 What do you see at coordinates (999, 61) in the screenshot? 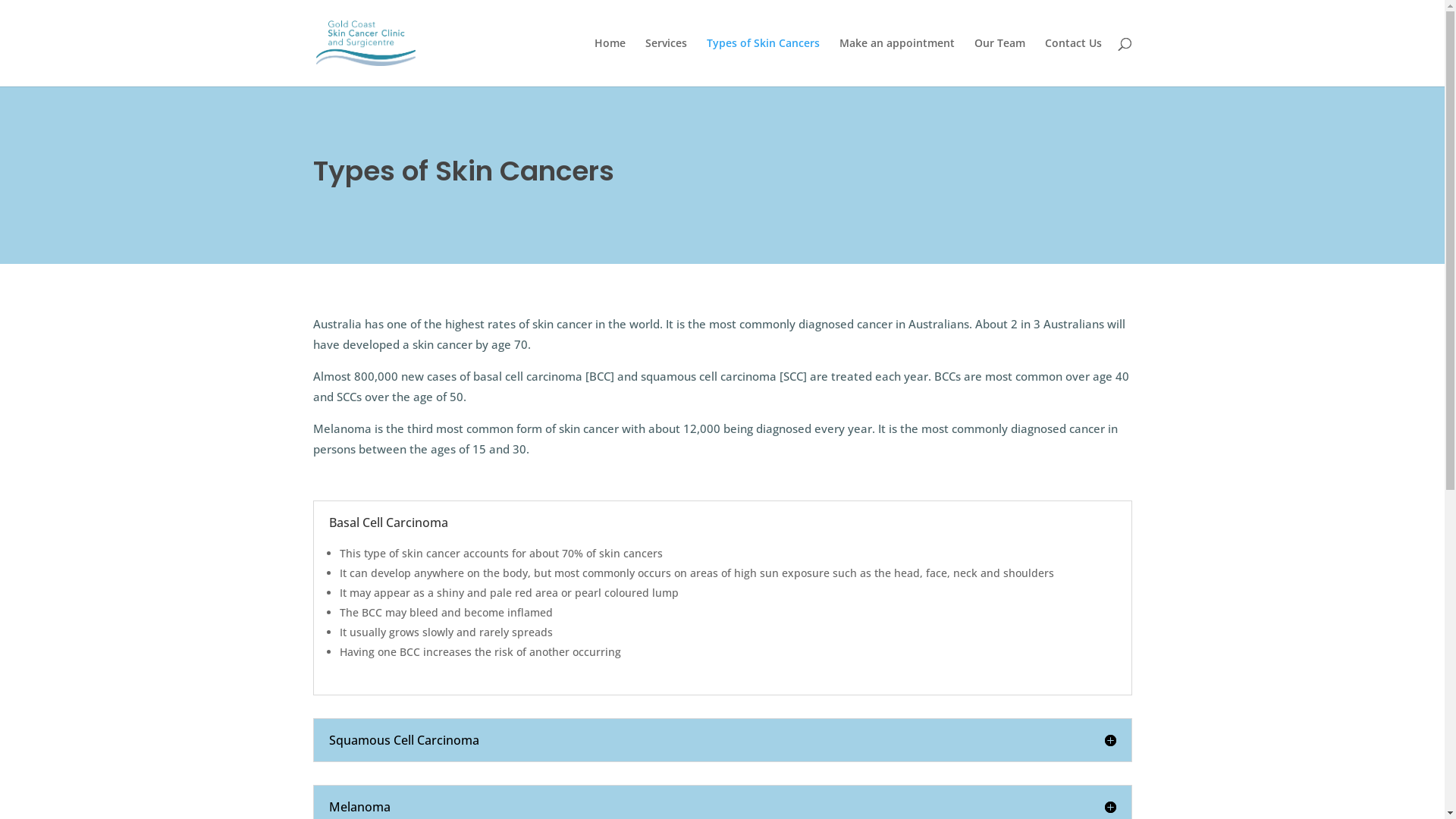
I see `'Our Team'` at bounding box center [999, 61].